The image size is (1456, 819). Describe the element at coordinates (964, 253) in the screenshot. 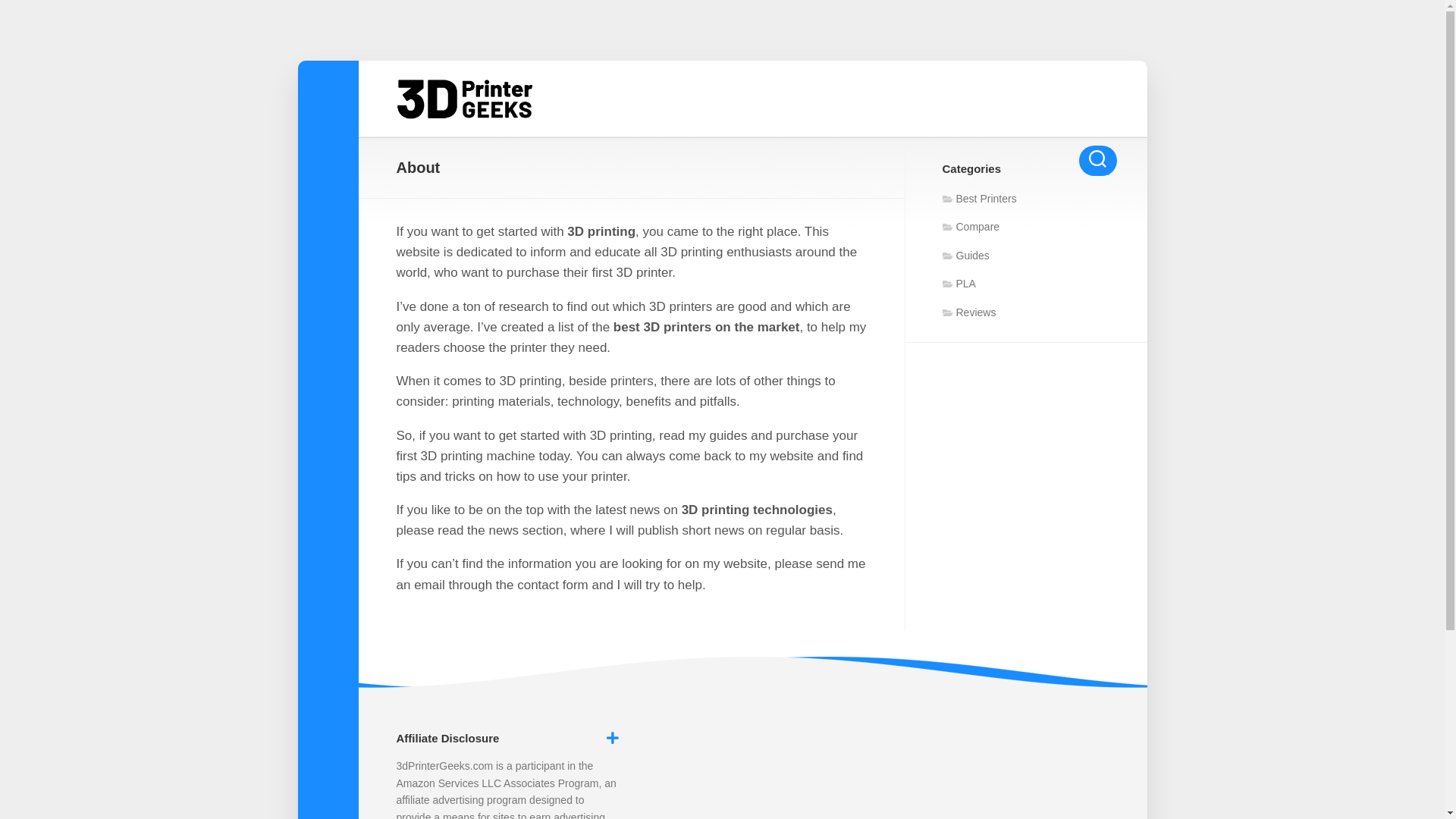

I see `'Guides'` at that location.